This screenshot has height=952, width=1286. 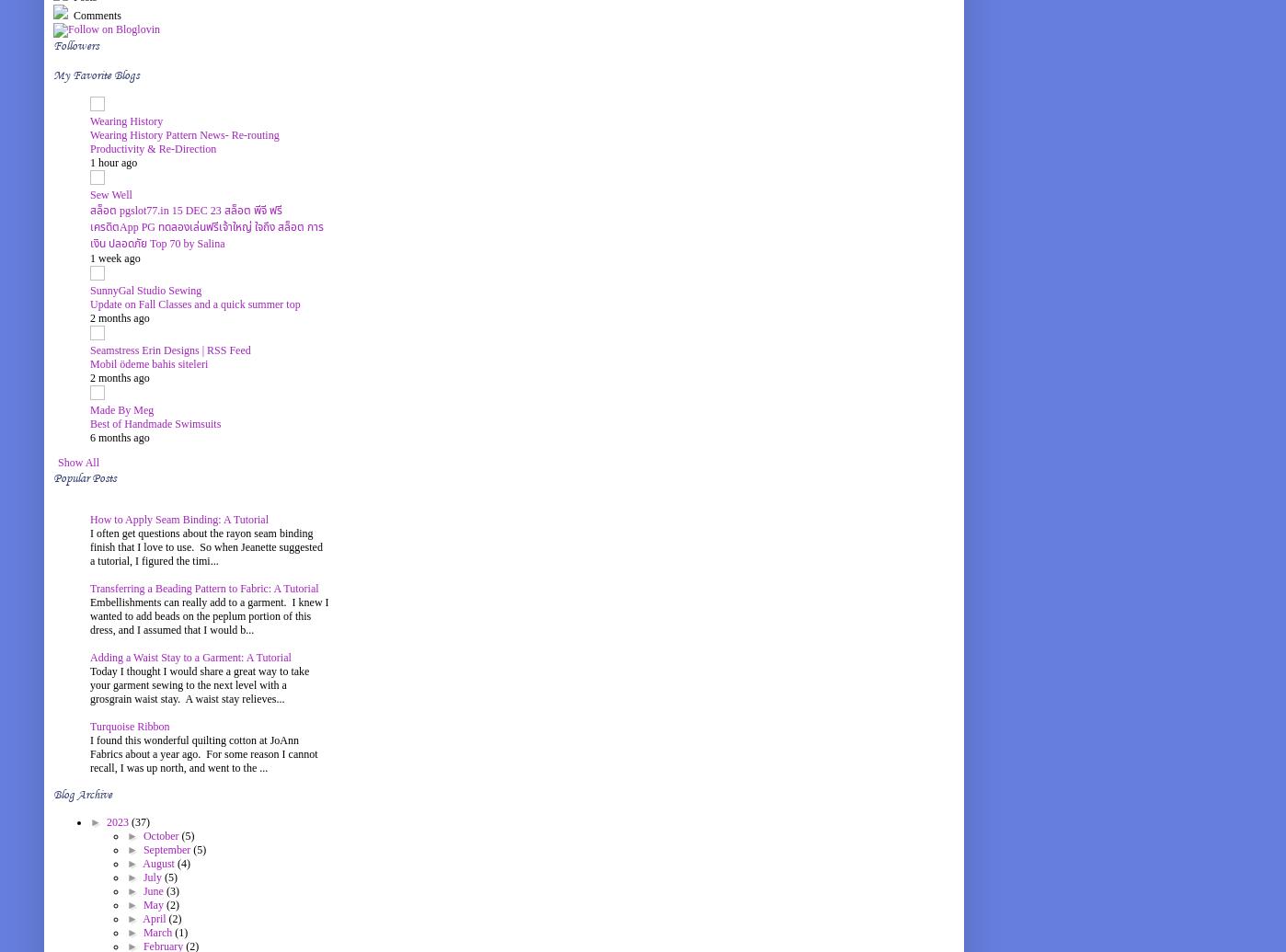 I want to click on 'My Favorite Blogs', so click(x=96, y=75).